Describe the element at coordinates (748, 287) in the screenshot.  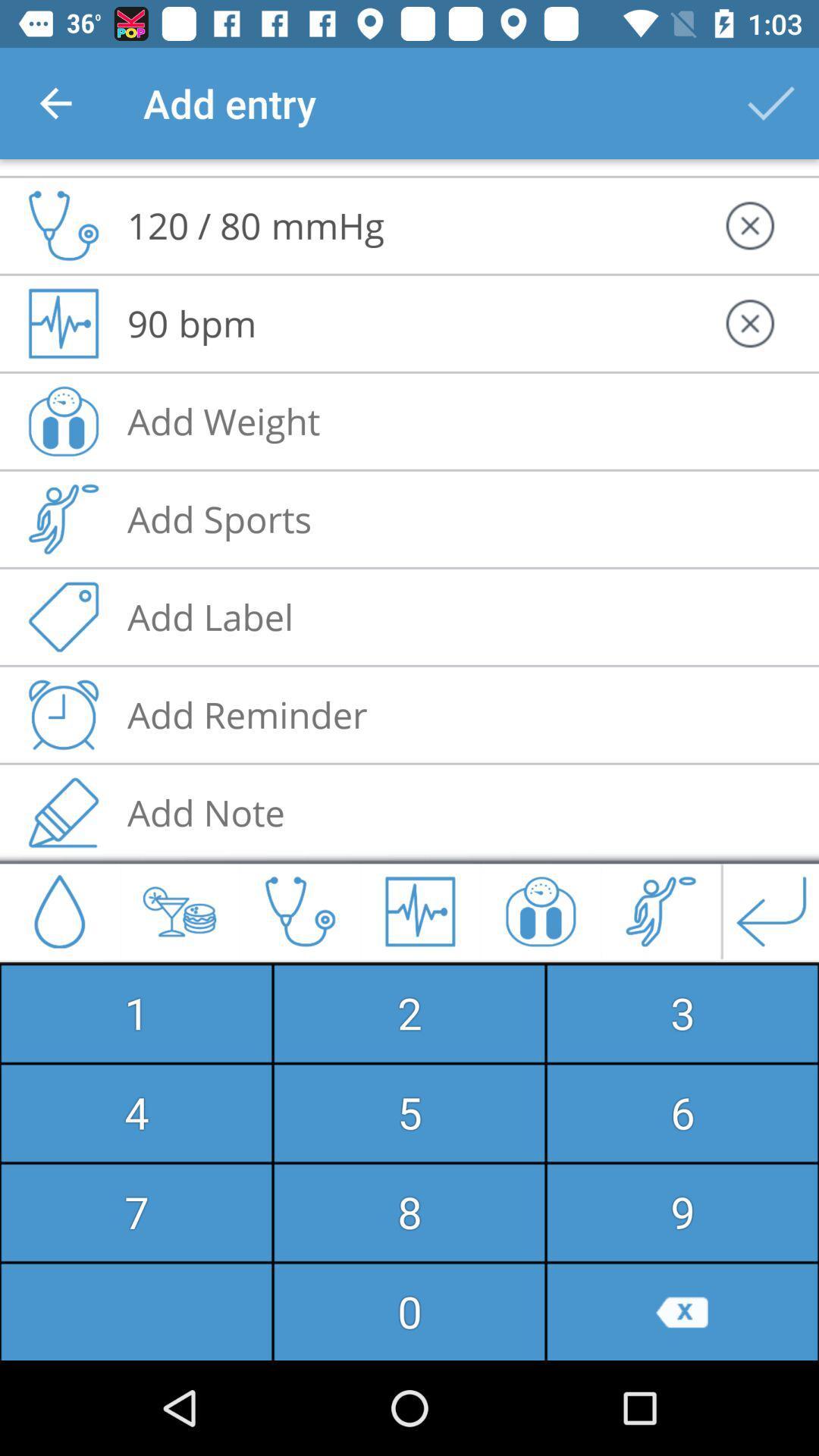
I see `the close icon` at that location.